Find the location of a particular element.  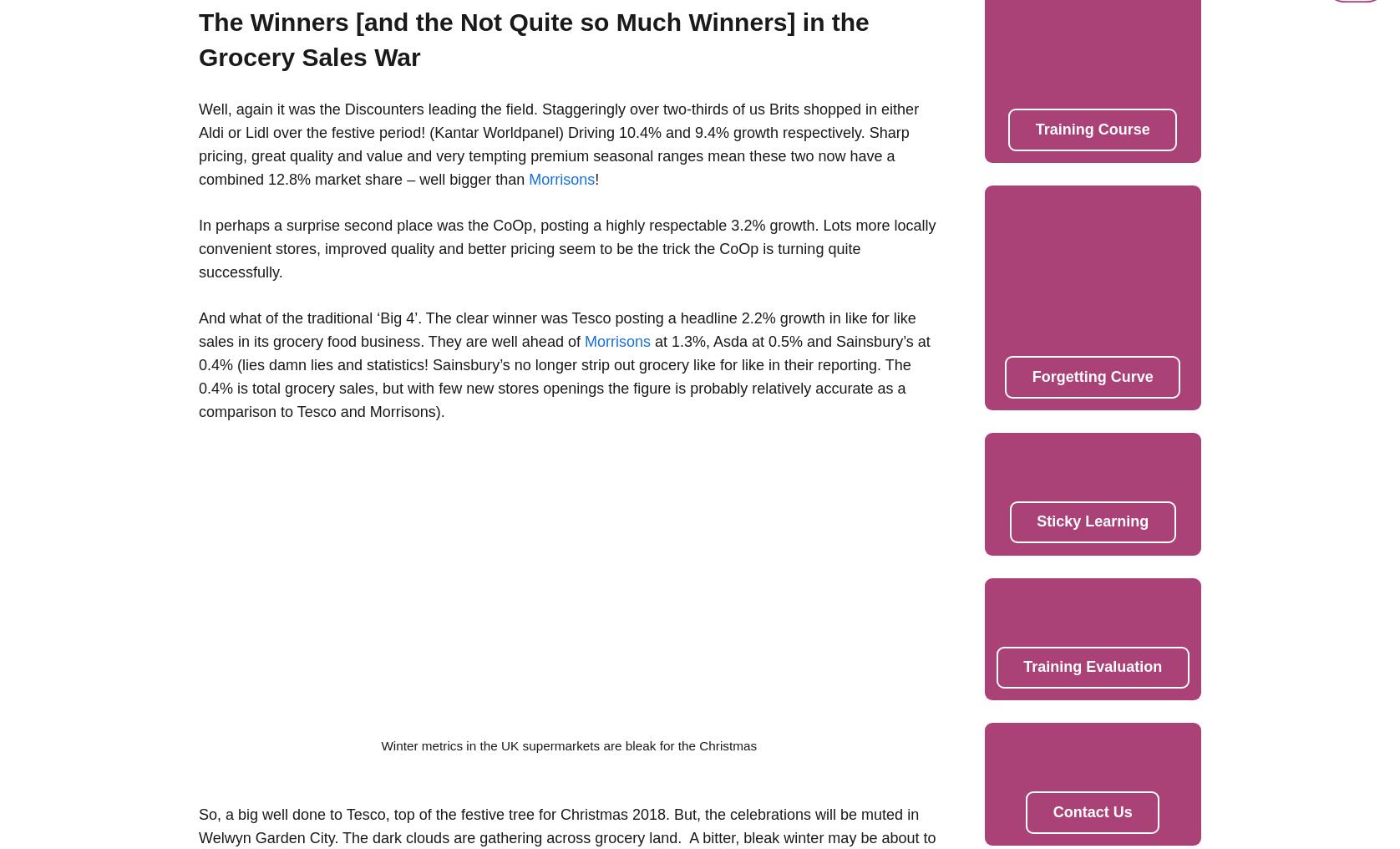

'!' is located at coordinates (596, 179).